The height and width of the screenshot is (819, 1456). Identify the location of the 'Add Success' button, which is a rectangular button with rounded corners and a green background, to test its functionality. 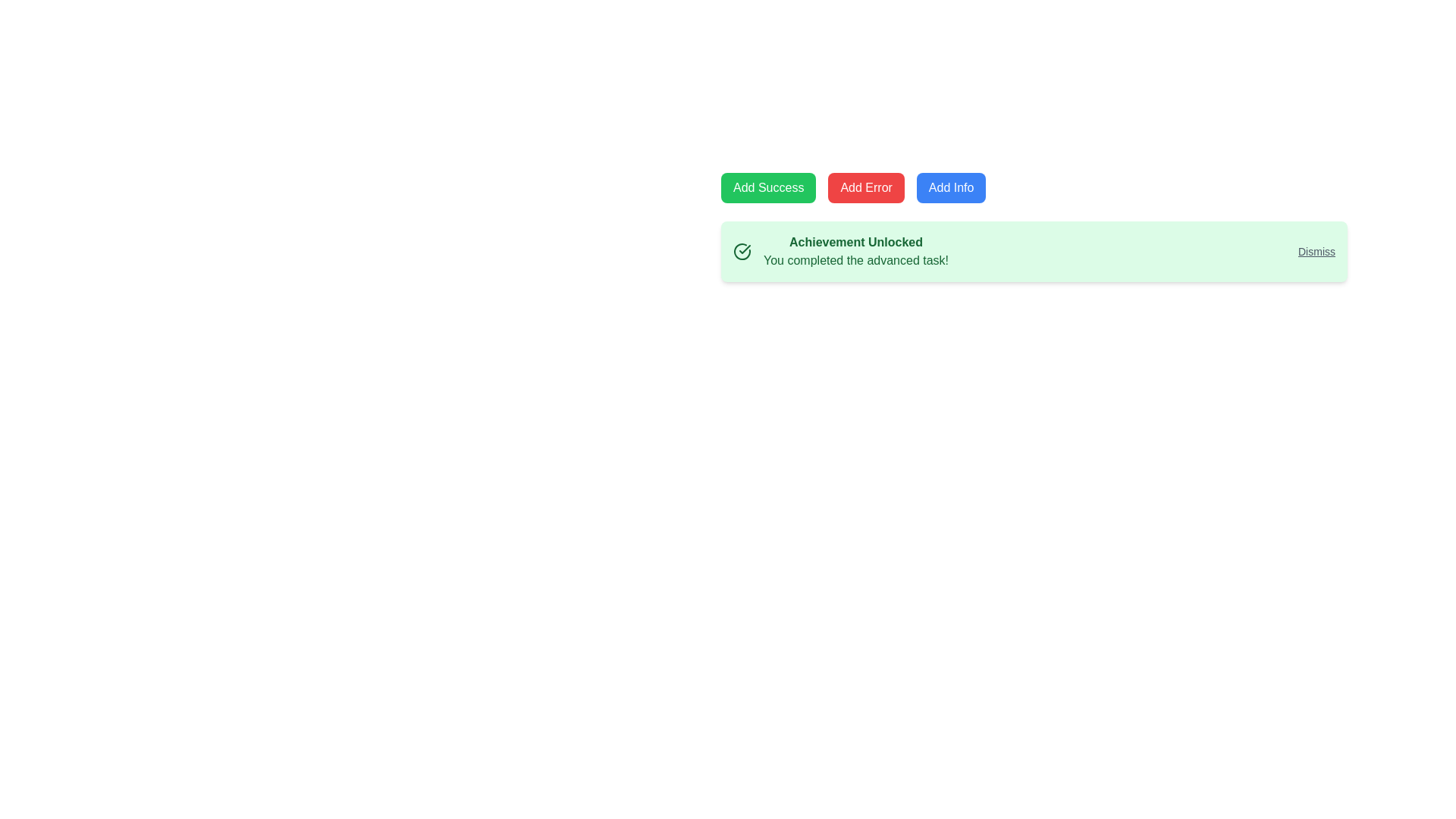
(768, 187).